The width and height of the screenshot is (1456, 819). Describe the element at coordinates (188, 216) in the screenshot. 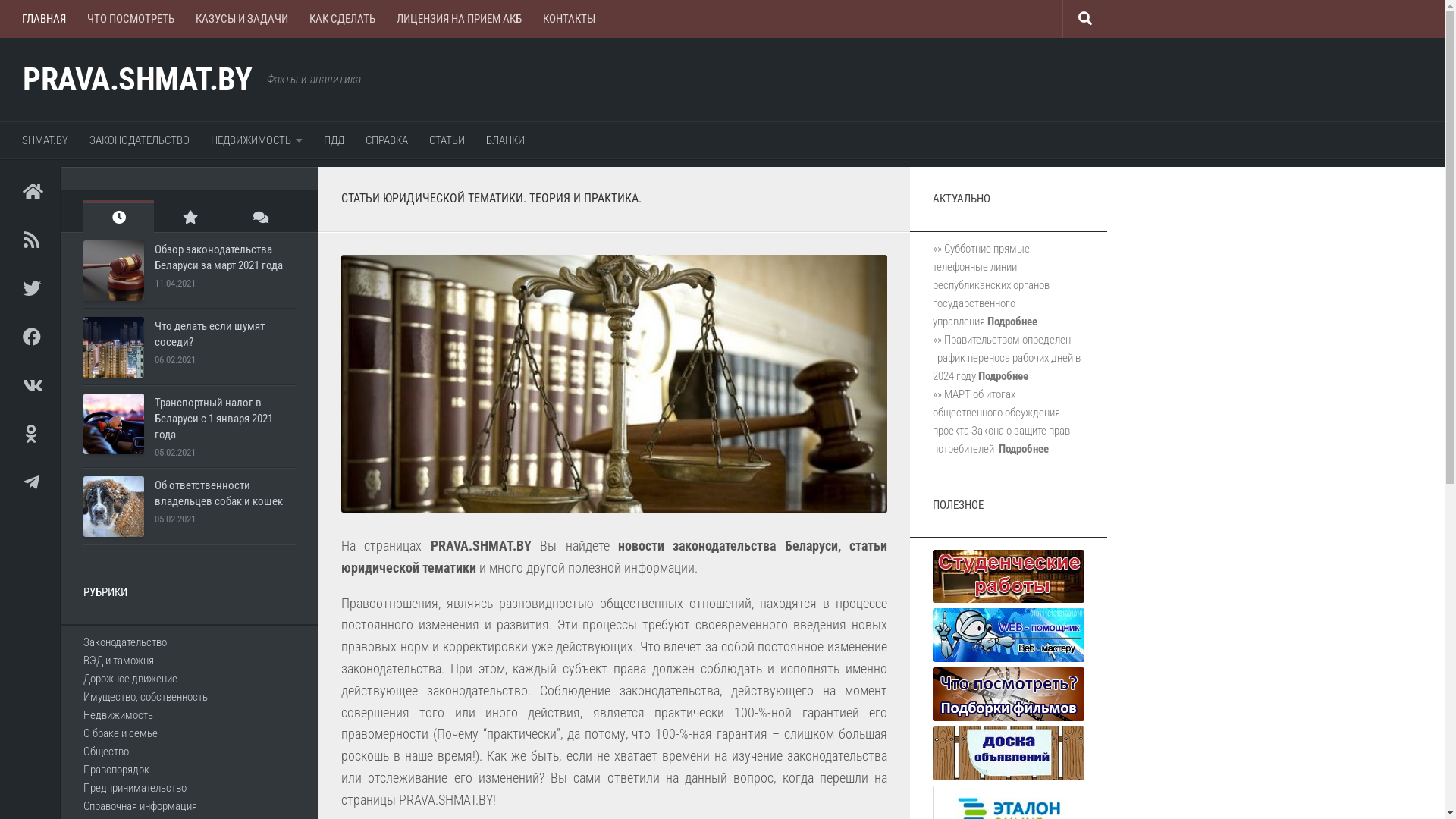

I see `'Popular Posts'` at that location.